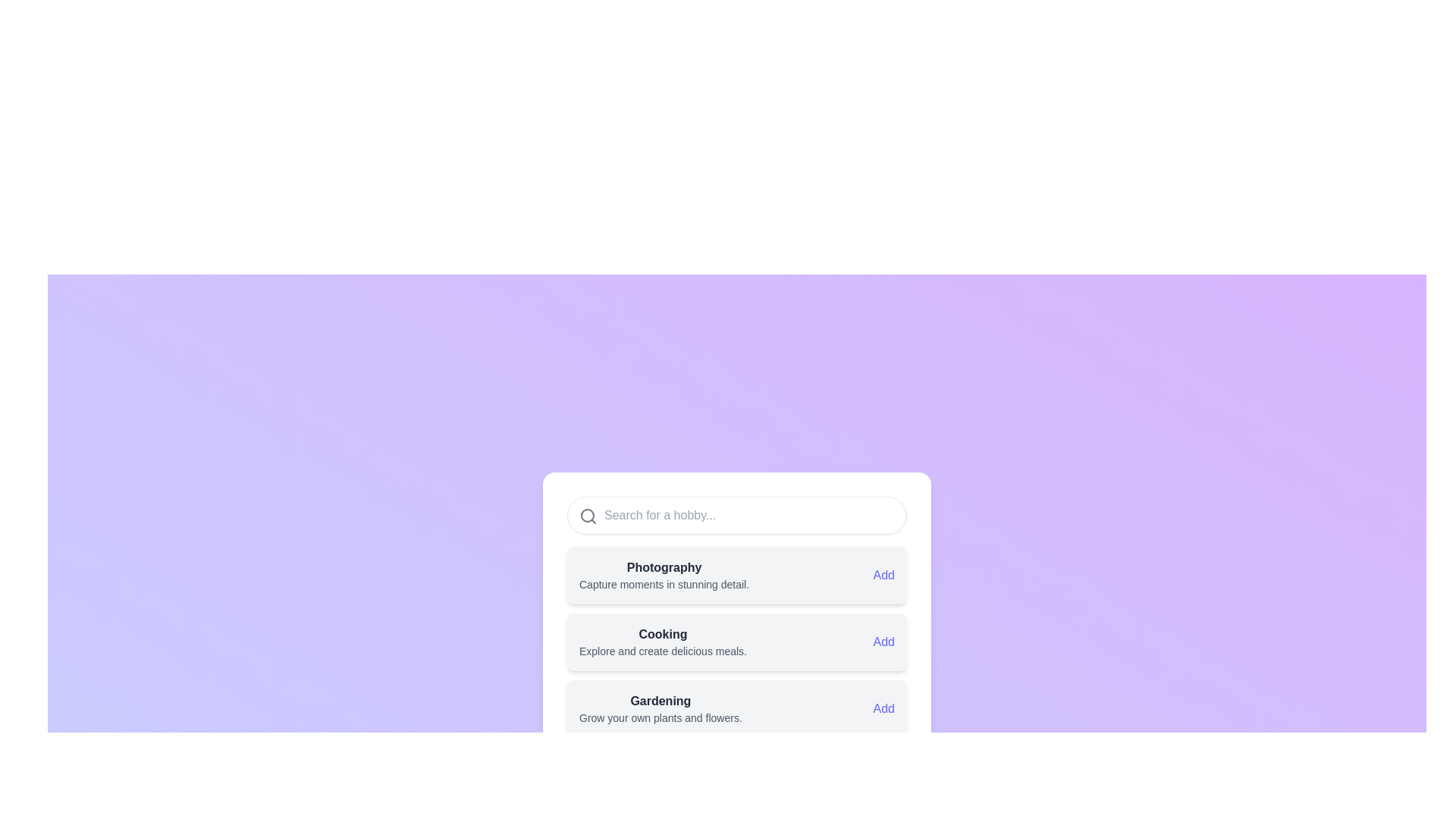  I want to click on the static text label indicating the category 'Photography' located in the first card of the vertical list, which serves as a title for the section, so click(664, 567).